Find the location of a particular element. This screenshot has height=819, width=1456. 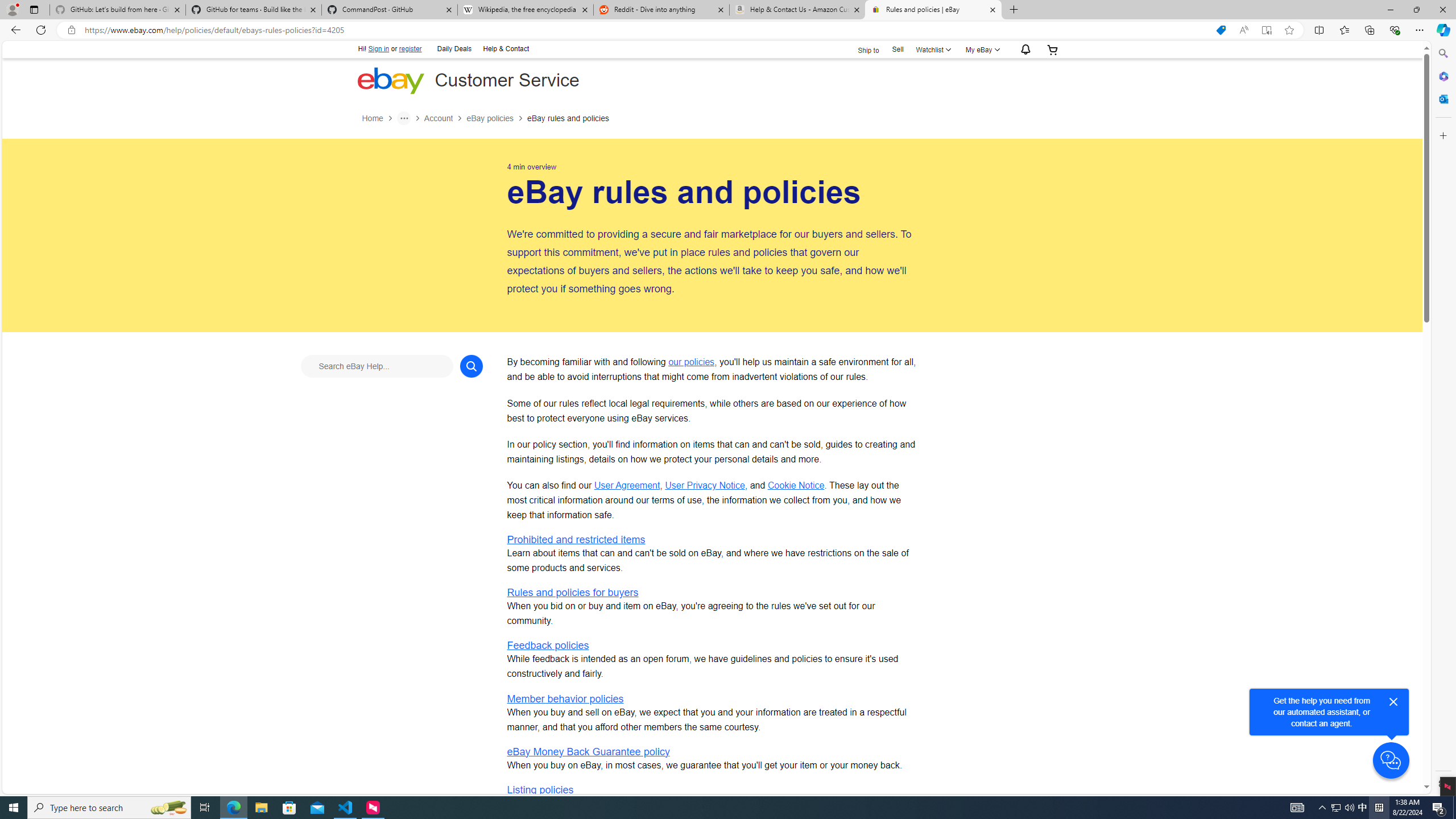

'Cookie Notice' is located at coordinates (795, 485).